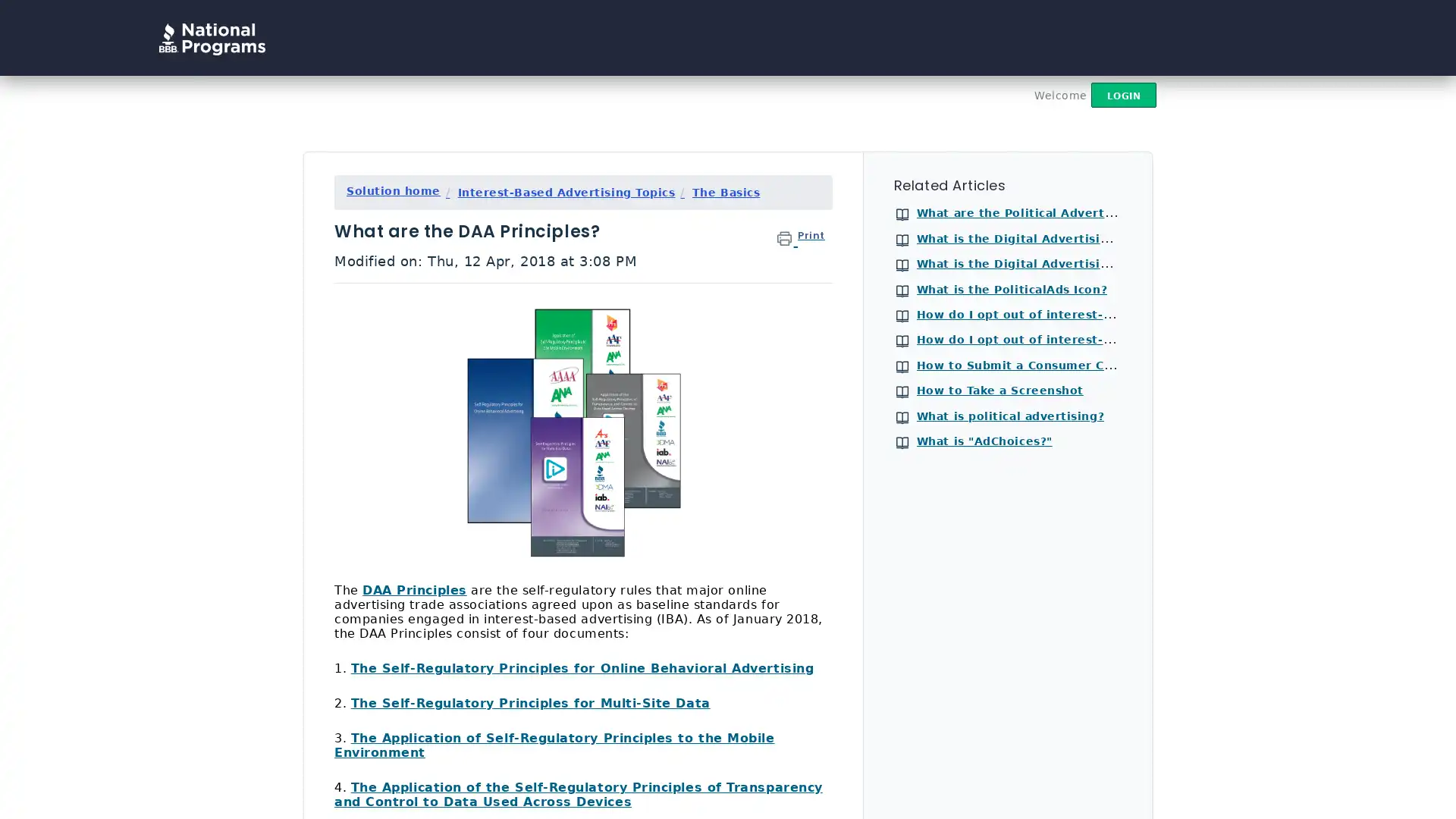 This screenshot has width=1456, height=819. What do you see at coordinates (334, 57) in the screenshot?
I see `Search` at bounding box center [334, 57].